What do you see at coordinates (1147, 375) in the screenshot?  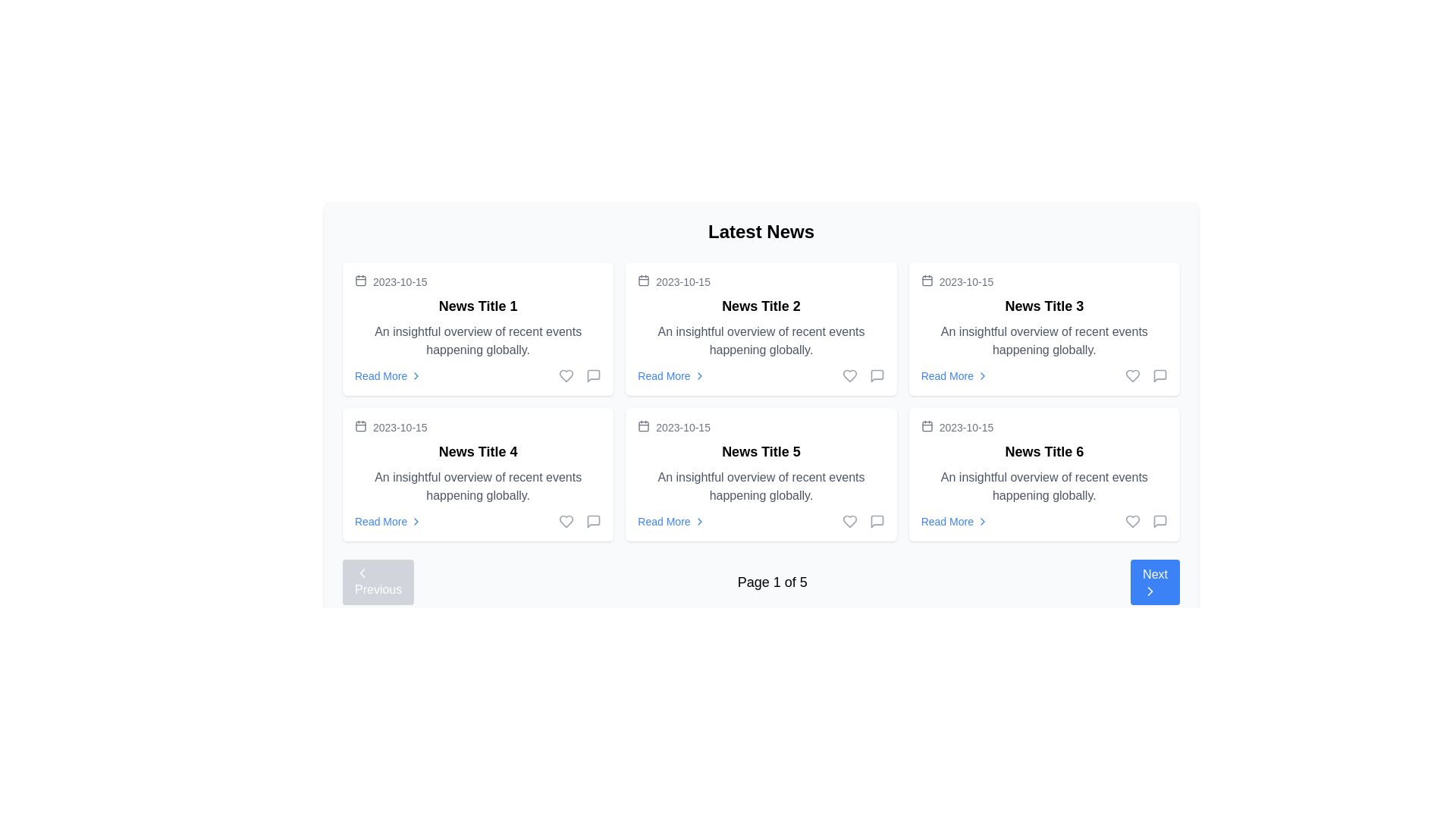 I see `the heart icon in the interactive icon group located at the bottom-right corner of the third news card to like the post` at bounding box center [1147, 375].